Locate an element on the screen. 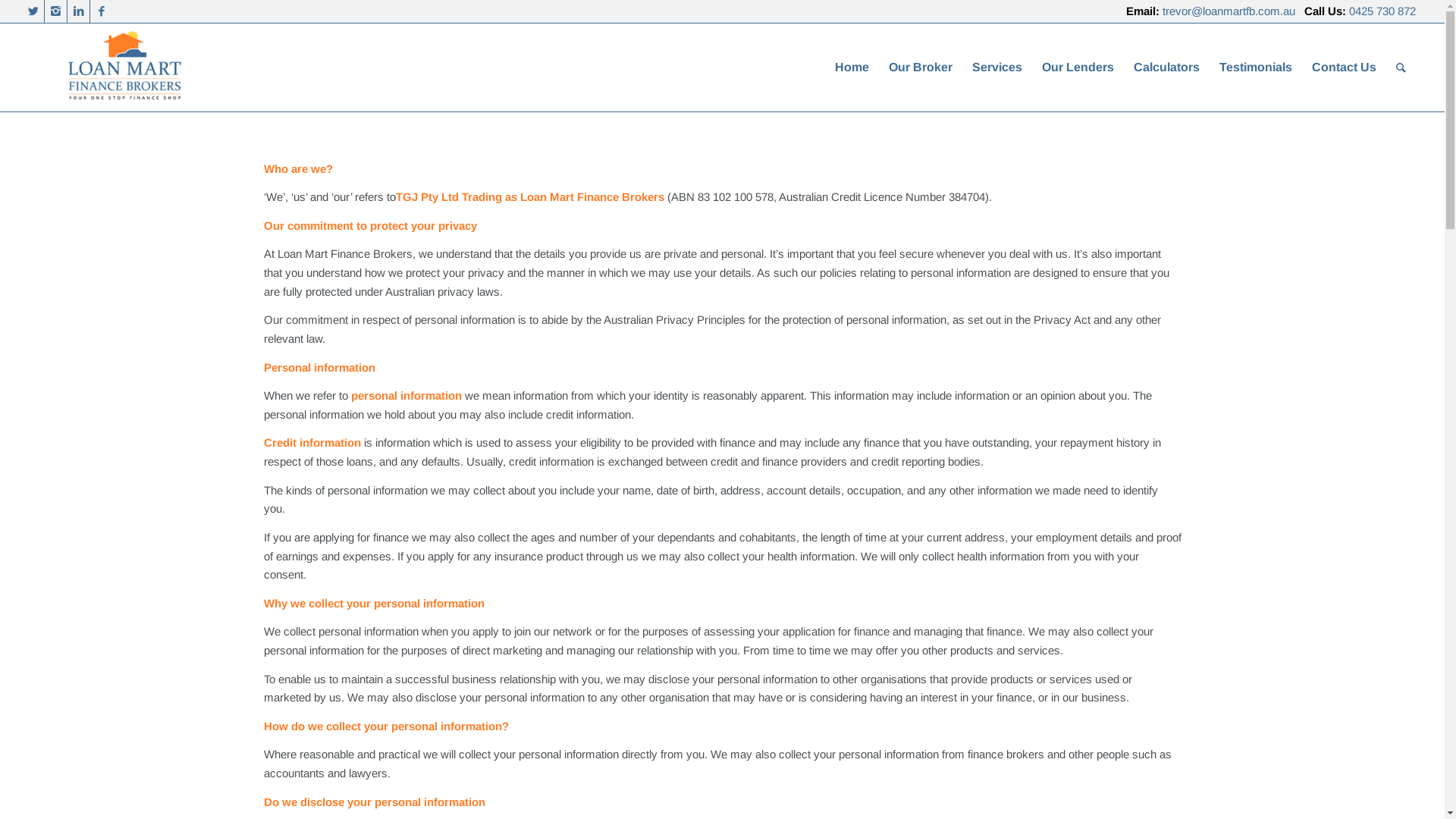 This screenshot has height=819, width=1456. 'Home' is located at coordinates (824, 66).